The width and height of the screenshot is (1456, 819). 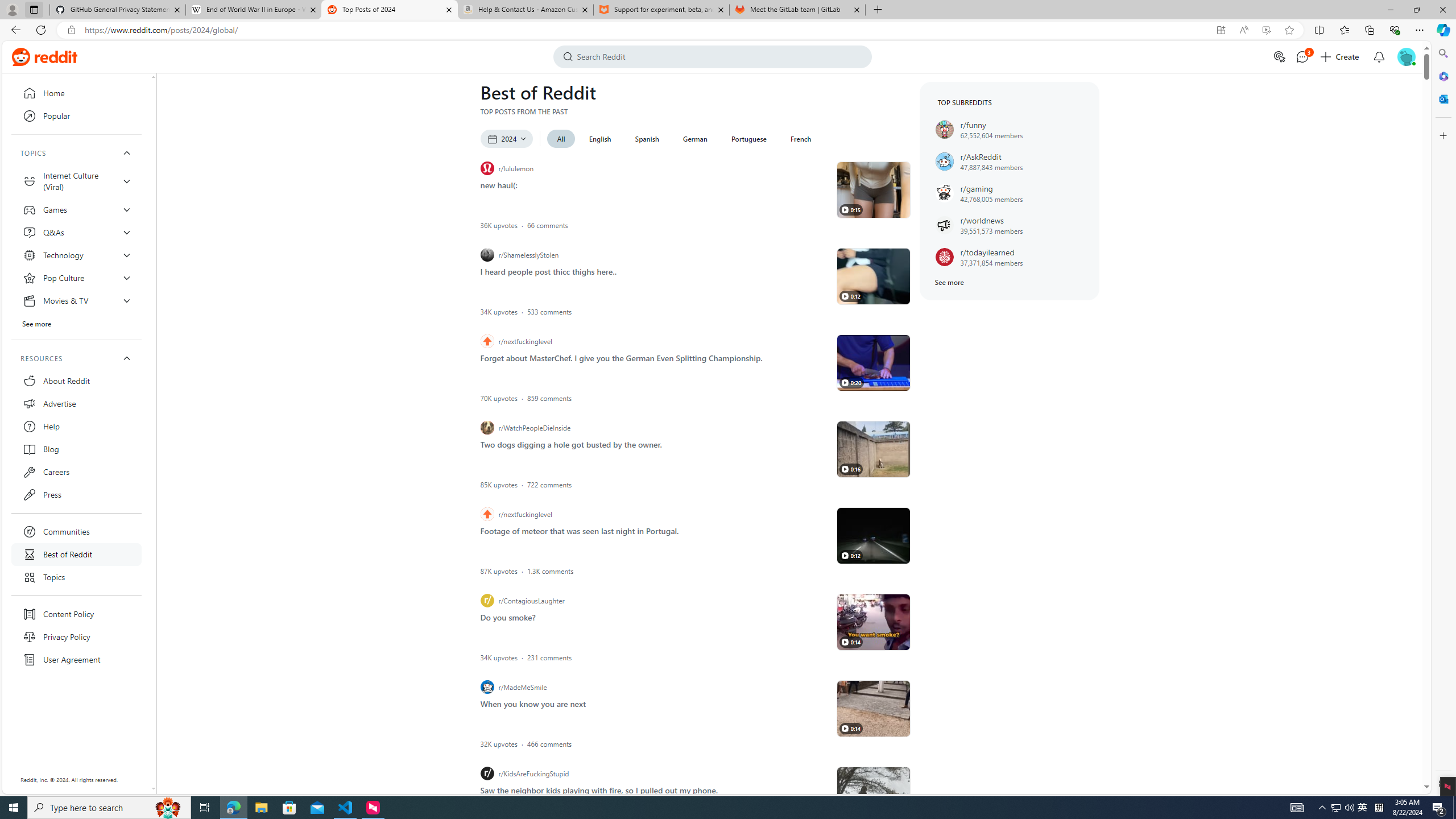 What do you see at coordinates (76, 380) in the screenshot?
I see `'About Reddit'` at bounding box center [76, 380].